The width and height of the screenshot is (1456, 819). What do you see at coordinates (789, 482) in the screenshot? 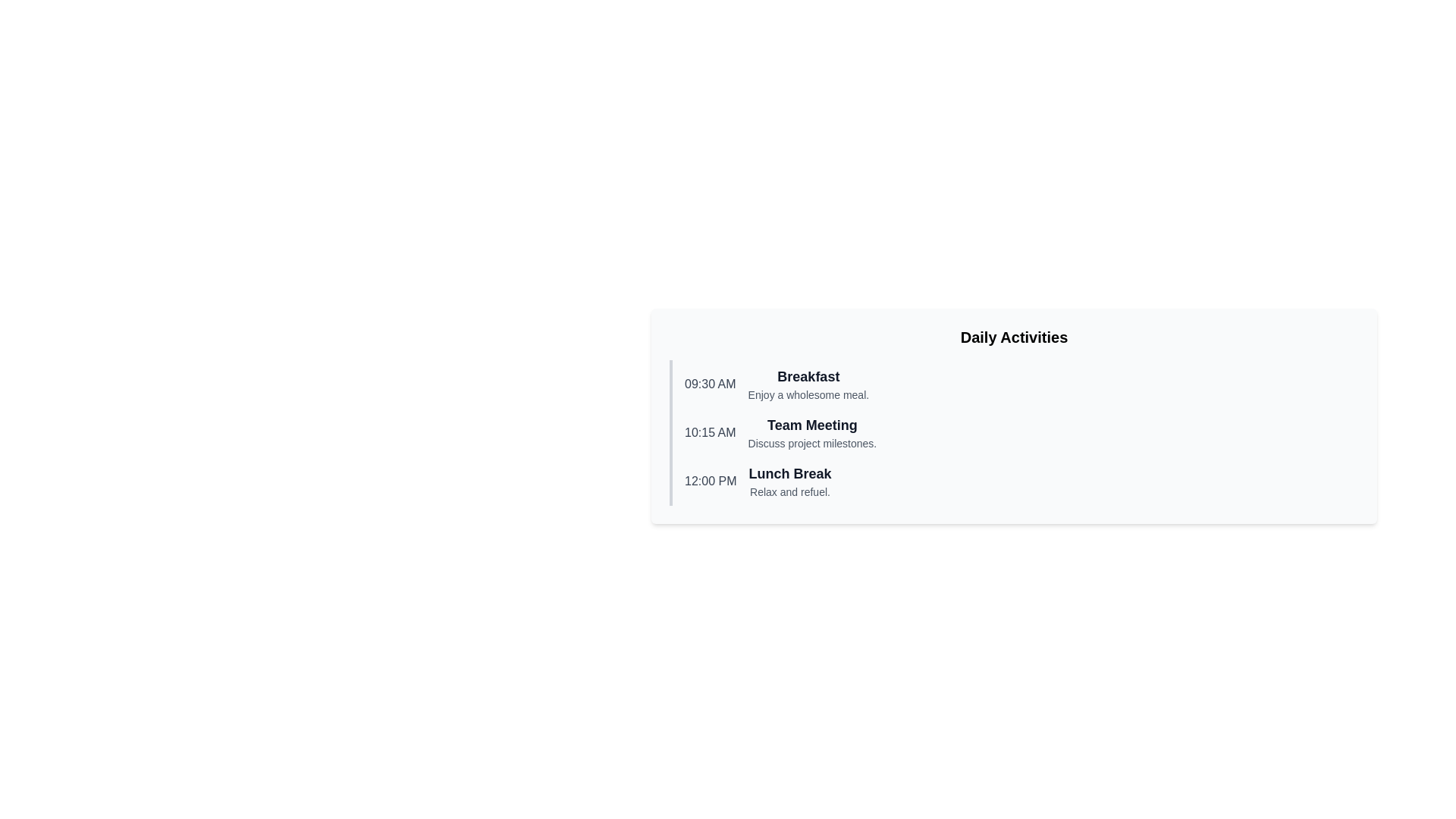
I see `the 'Lunch Break' label with description in the schedule interface, which features bold text 'Lunch Break' and smaller text 'Relax and refuel.'` at bounding box center [789, 482].